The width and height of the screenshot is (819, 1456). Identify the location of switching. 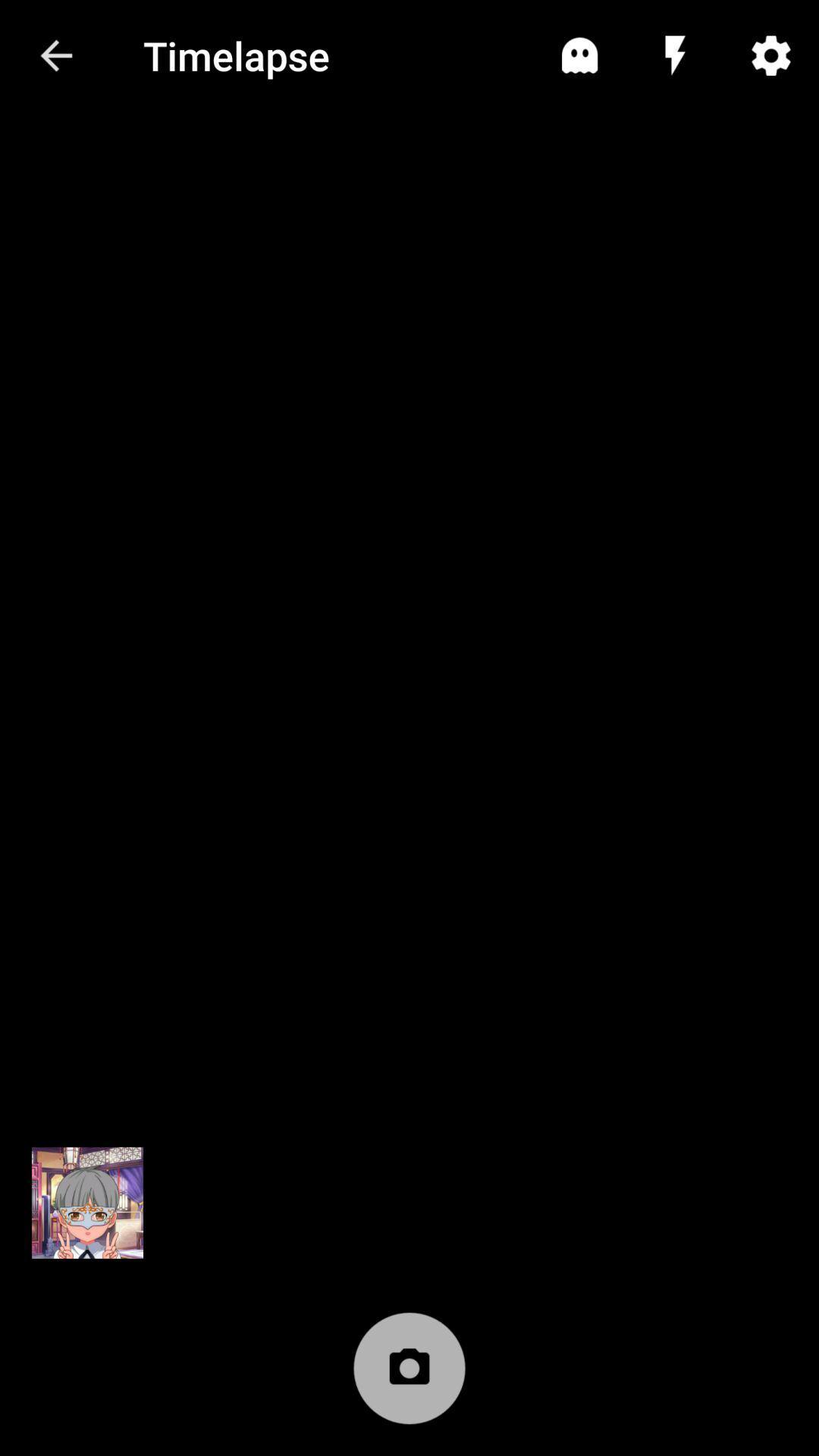
(87, 1202).